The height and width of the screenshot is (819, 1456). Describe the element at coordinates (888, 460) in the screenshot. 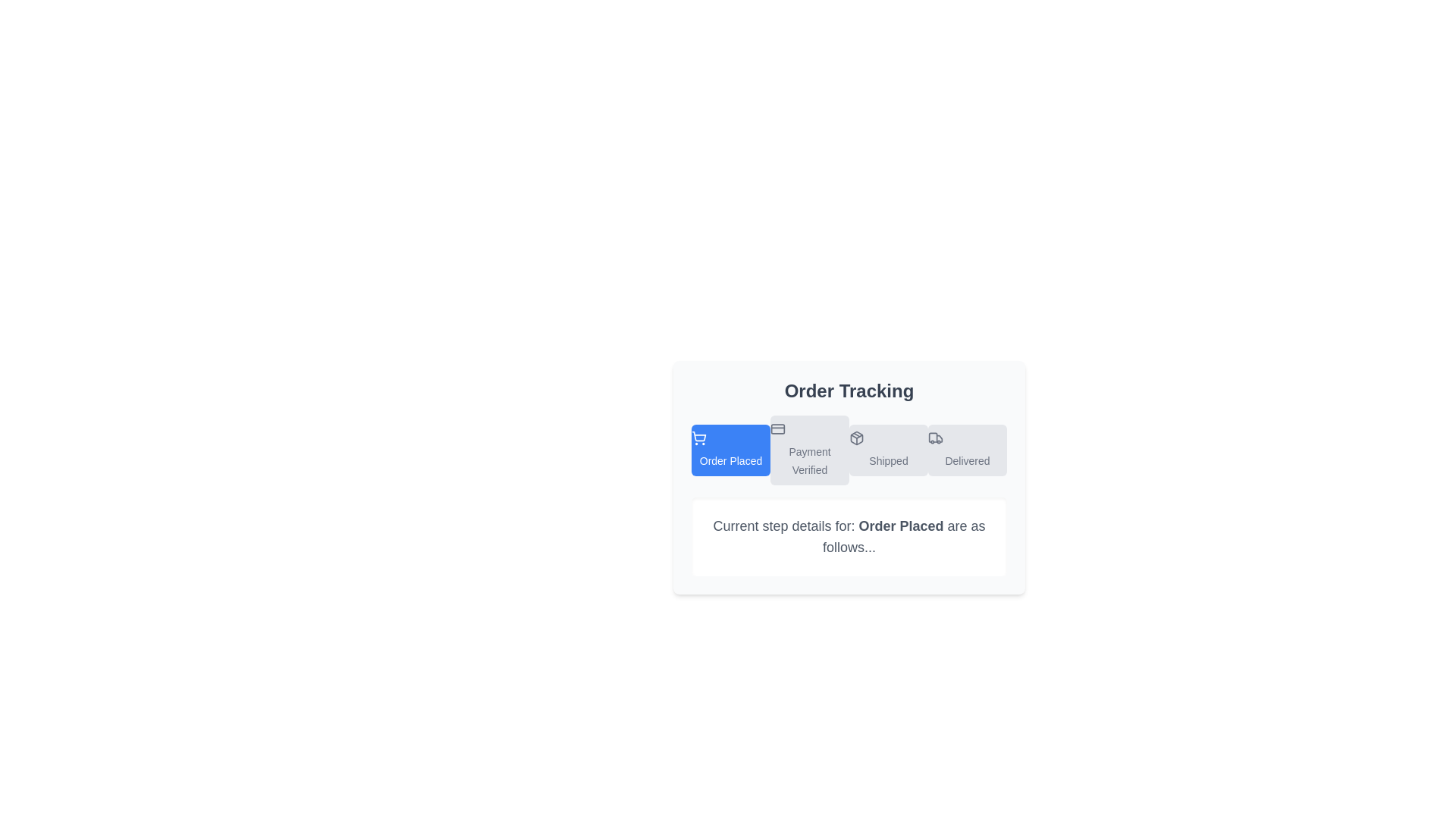

I see `the 'Shipped' text label` at that location.